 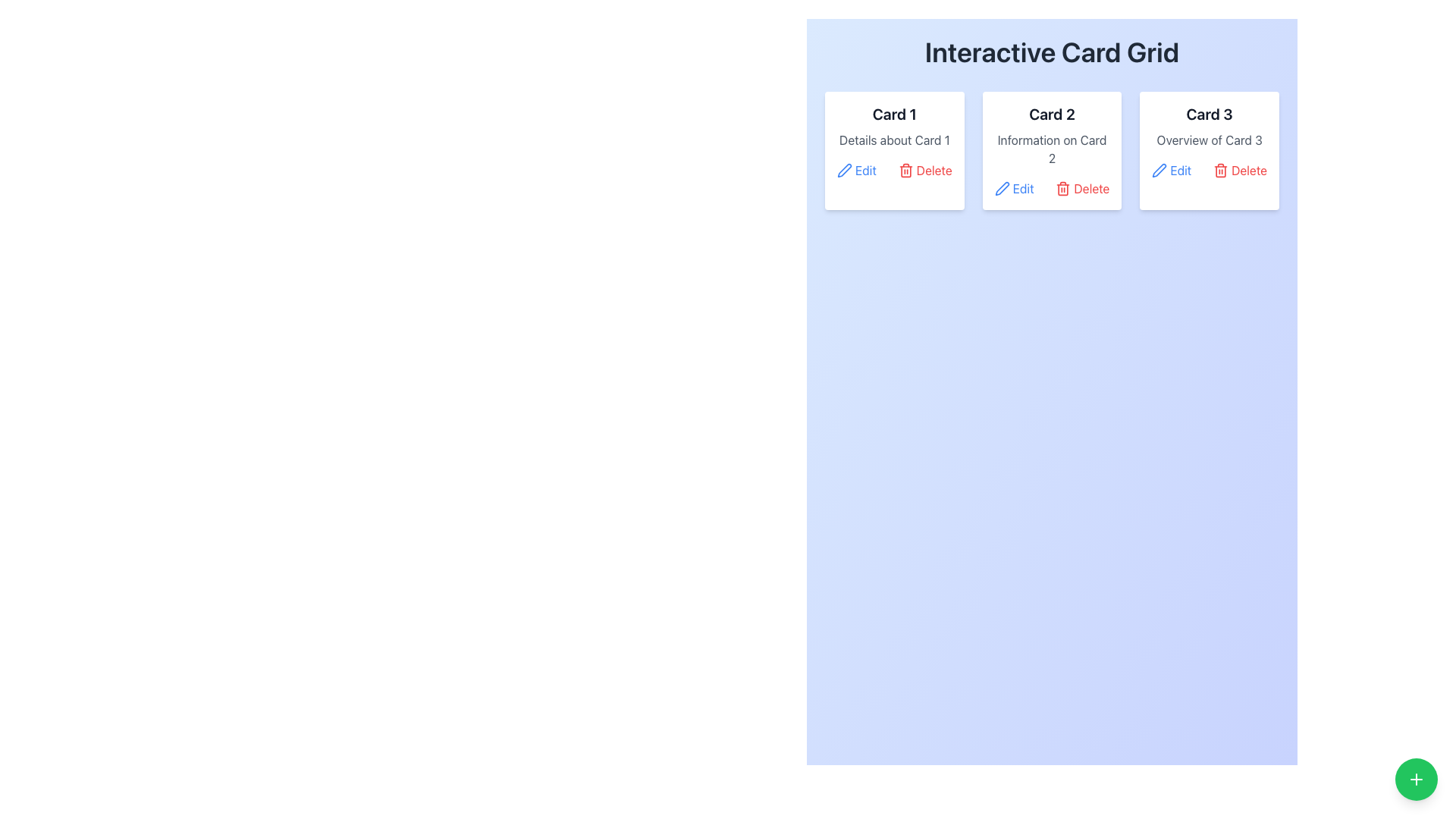 I want to click on the 'Edit' text label styled in blue font color, located below the 'Card 1' title and description, so click(x=866, y=170).